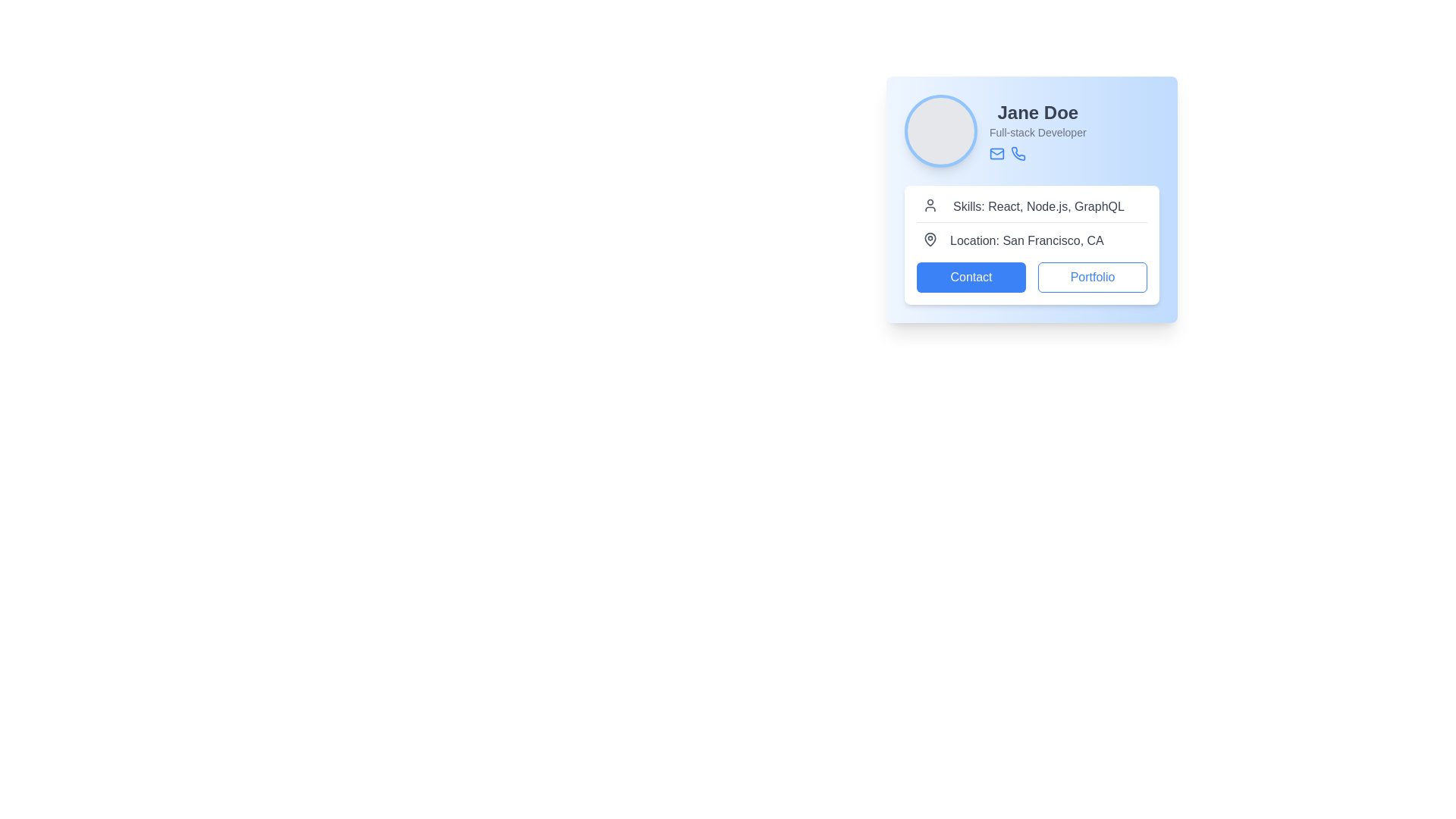 The width and height of the screenshot is (1456, 819). I want to click on the text label indicating the profession or job title associated with the user profile, which is positioned below the name 'Jane Doe' in the user profile card, so click(1037, 131).